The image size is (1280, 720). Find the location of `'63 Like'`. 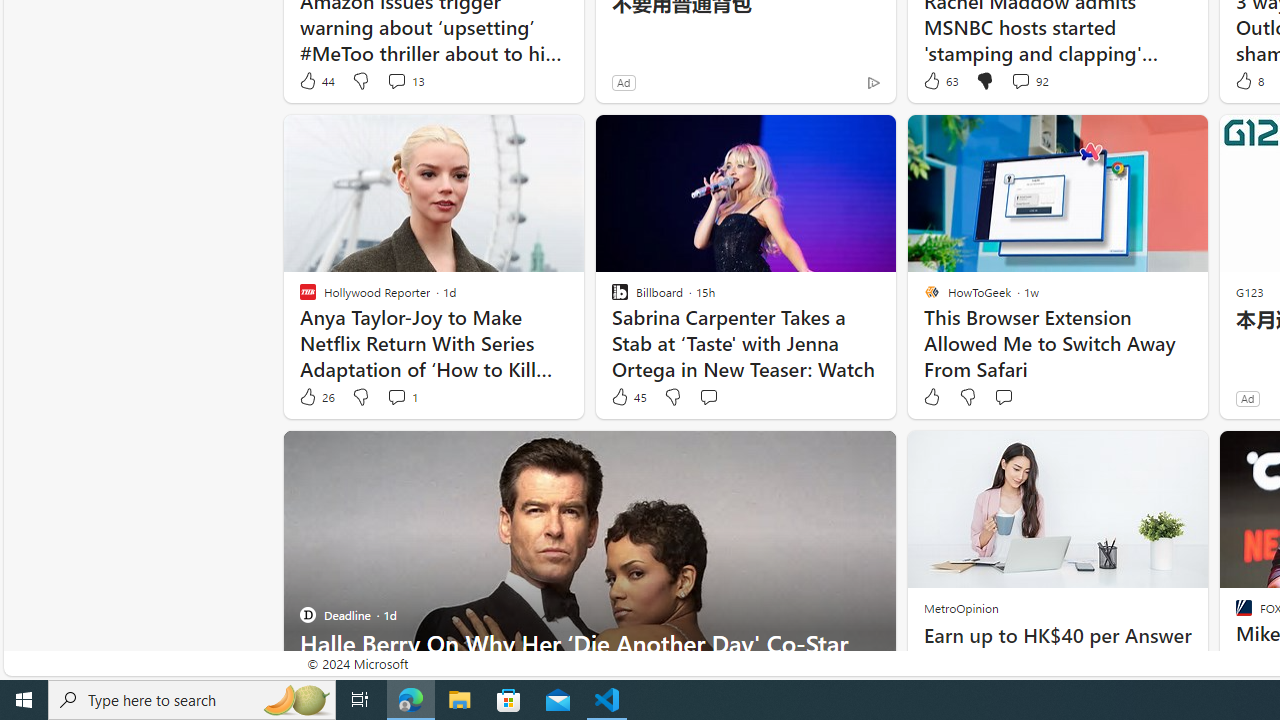

'63 Like' is located at coordinates (938, 80).